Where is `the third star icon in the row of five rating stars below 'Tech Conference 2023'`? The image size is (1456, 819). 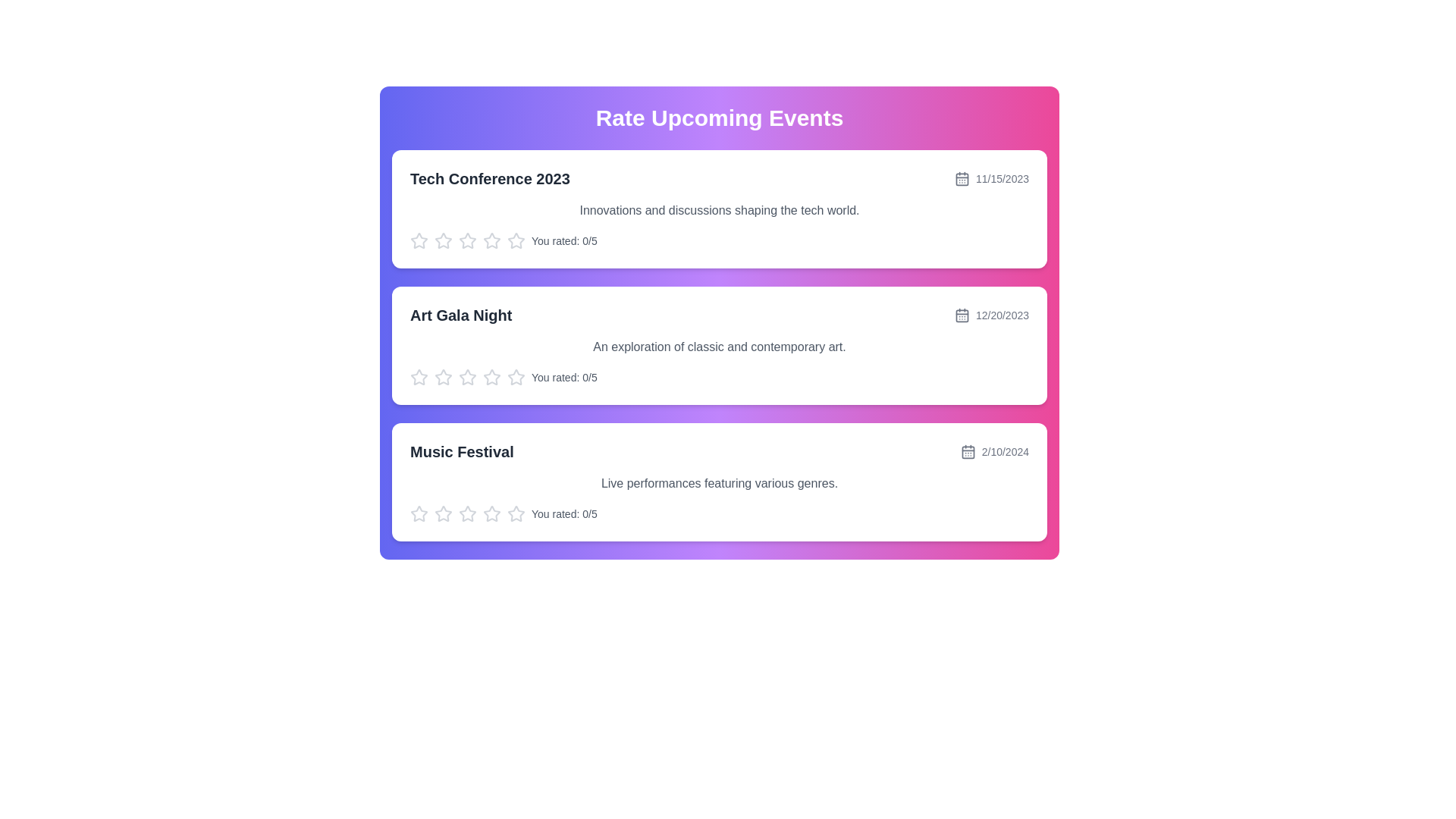 the third star icon in the row of five rating stars below 'Tech Conference 2023' is located at coordinates (491, 240).